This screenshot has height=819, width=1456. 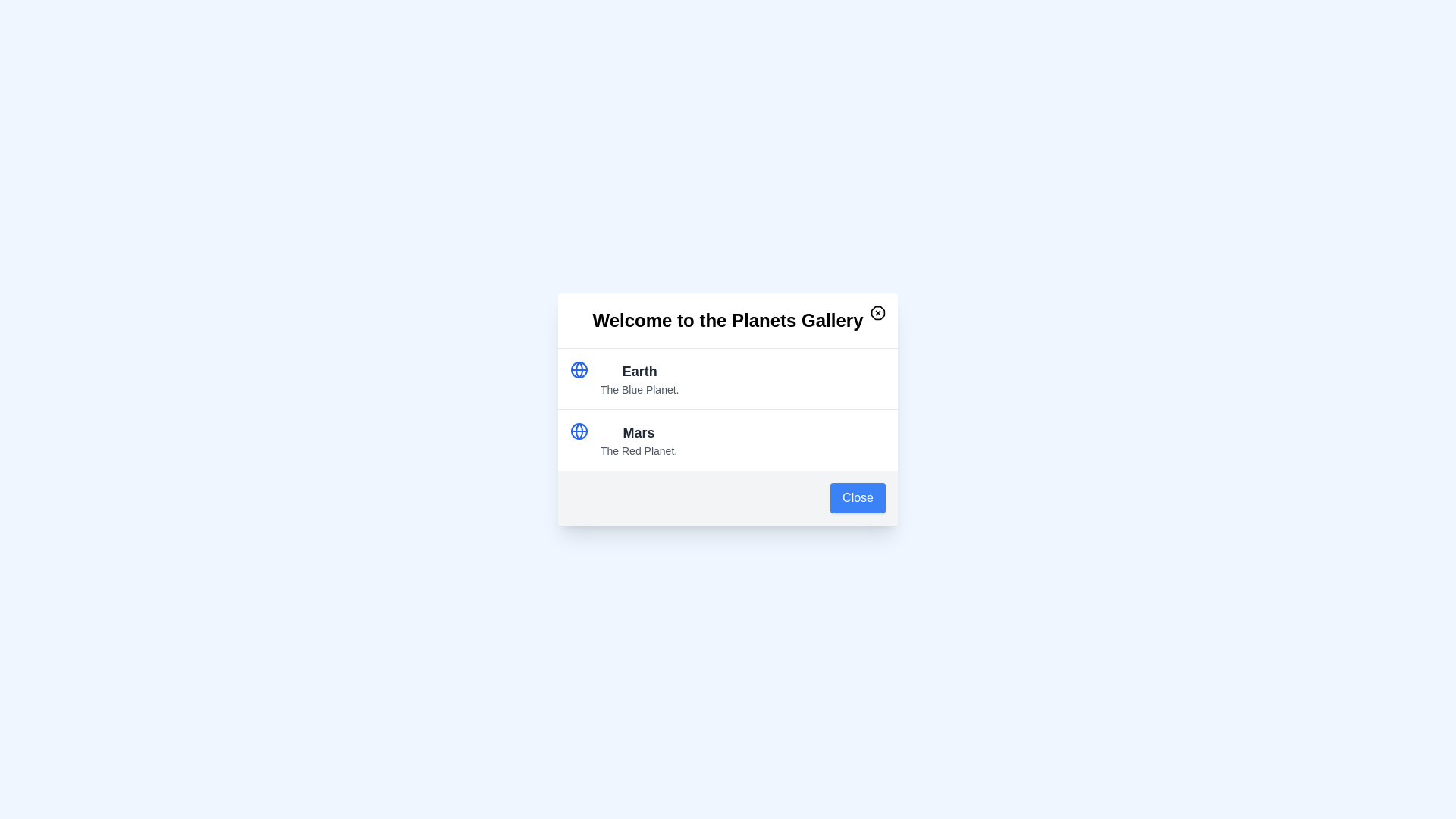 What do you see at coordinates (639, 432) in the screenshot?
I see `the item Mars from the list` at bounding box center [639, 432].